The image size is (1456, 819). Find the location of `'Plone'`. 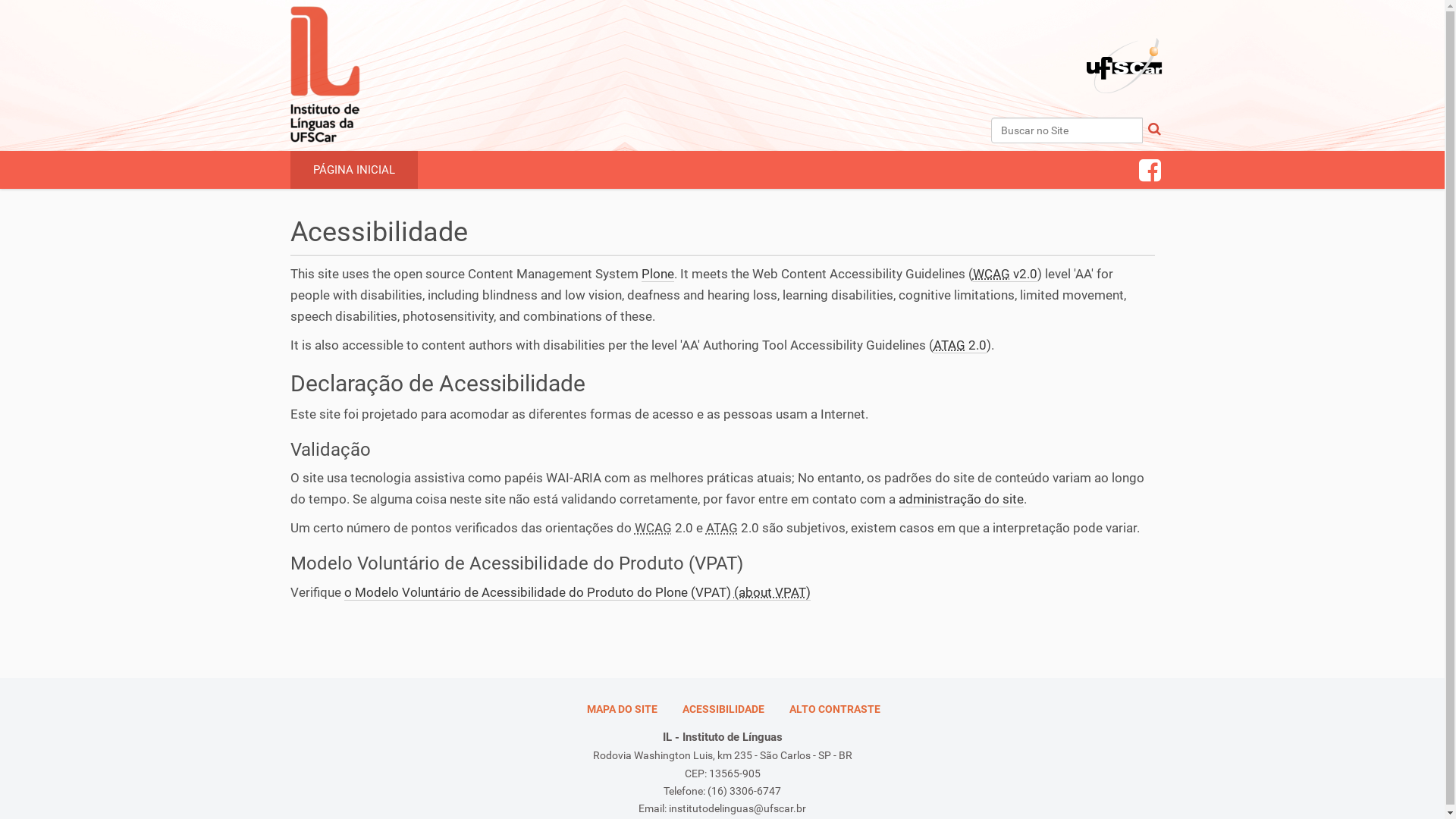

'Plone' is located at coordinates (657, 274).